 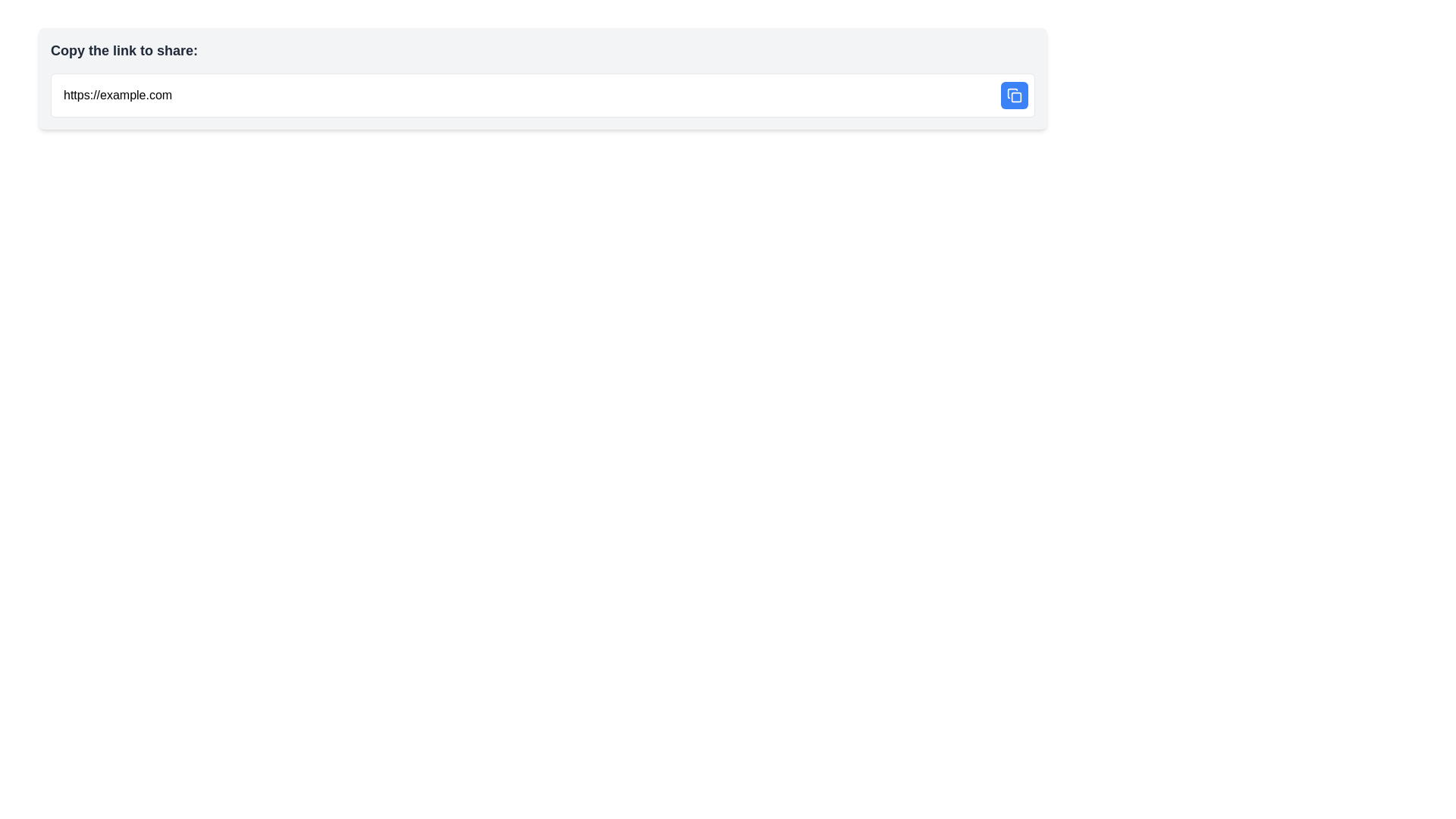 What do you see at coordinates (542, 96) in the screenshot?
I see `the URL displayed in the text field of the section with a white background and rounded corners, which contains the URL 'https://example.com'` at bounding box center [542, 96].